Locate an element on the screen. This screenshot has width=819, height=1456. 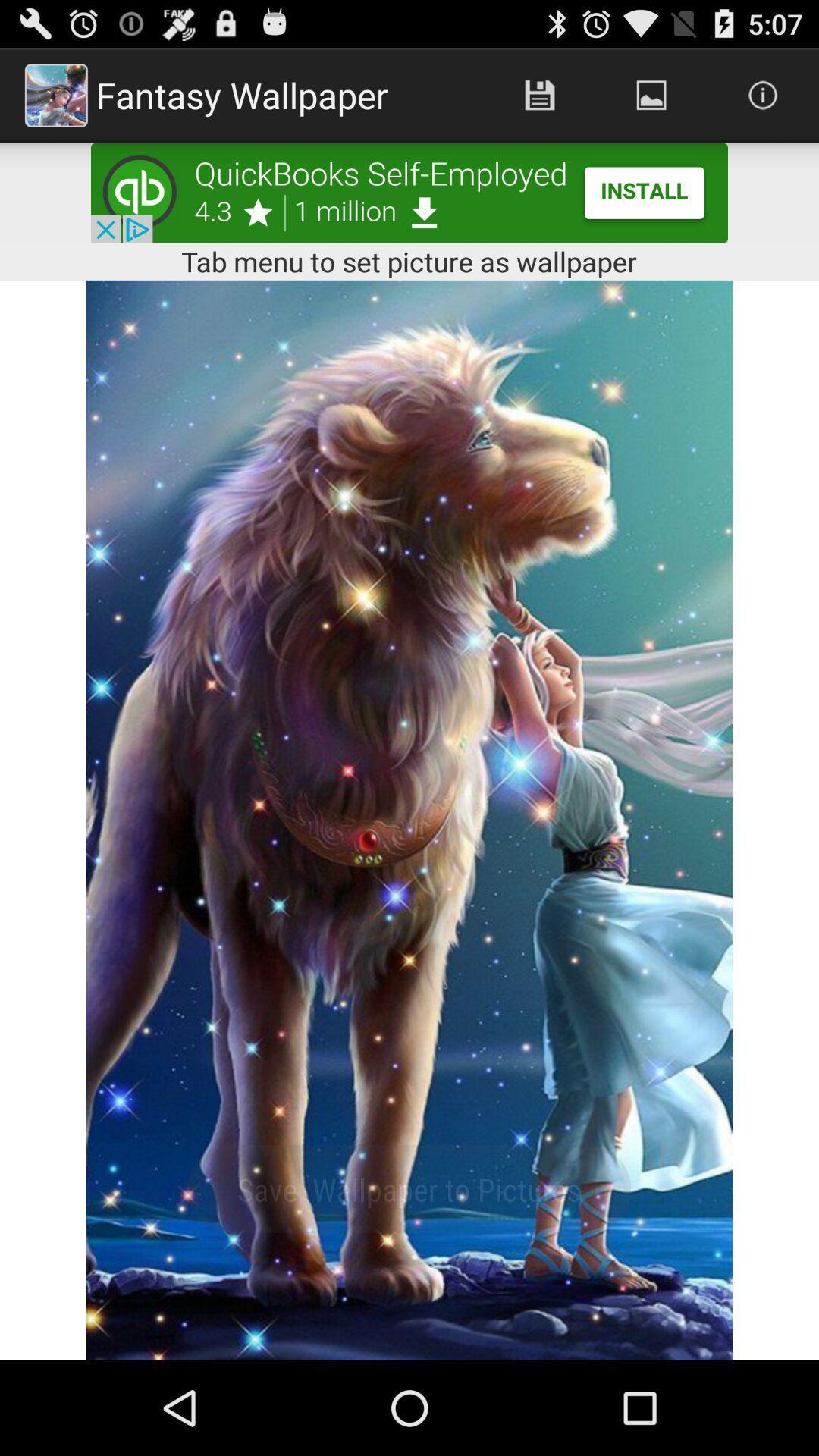
advertisement page is located at coordinates (409, 192).